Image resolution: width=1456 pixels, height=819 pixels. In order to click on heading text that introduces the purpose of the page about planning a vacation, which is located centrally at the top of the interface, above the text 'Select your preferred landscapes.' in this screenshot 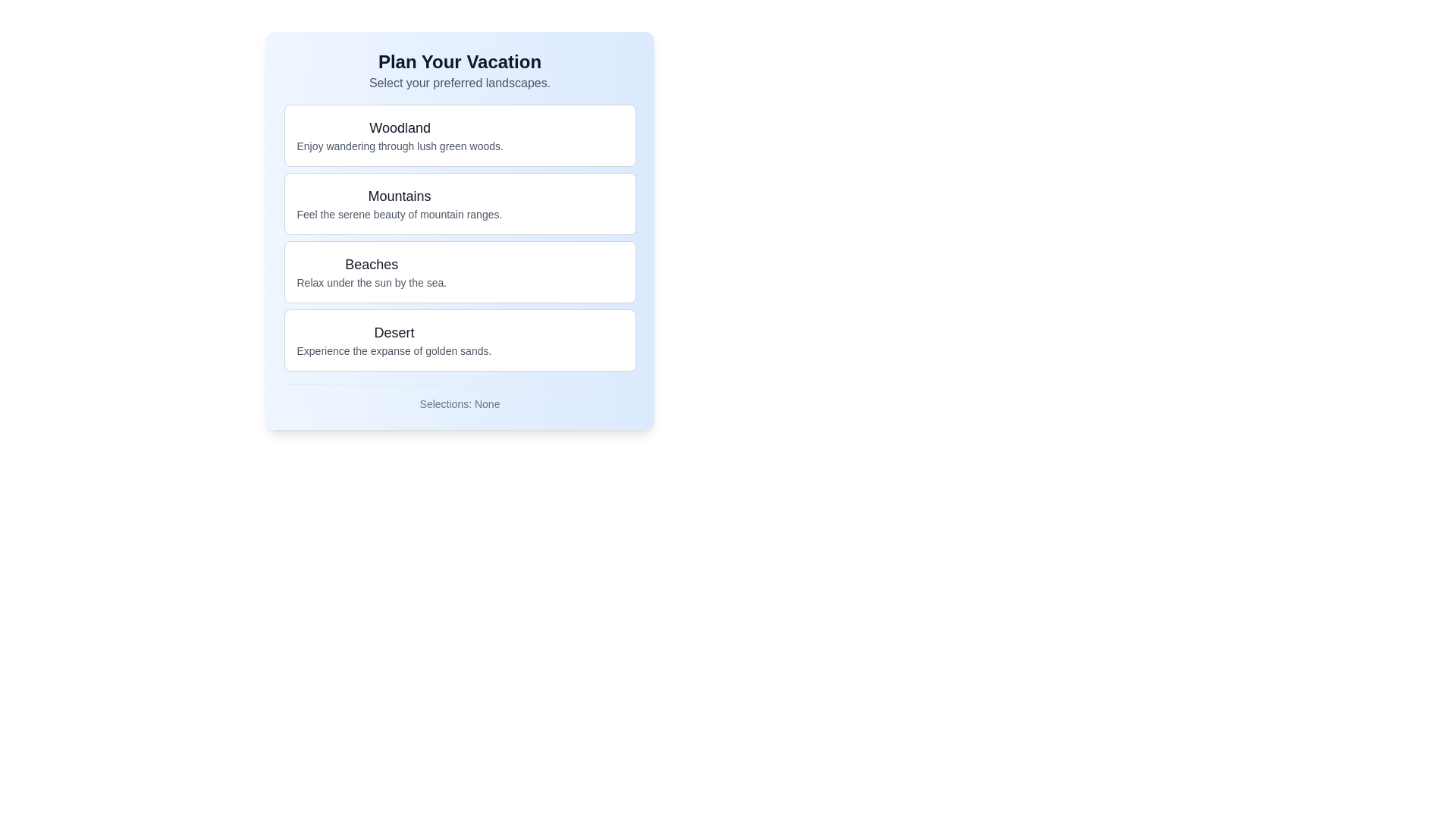, I will do `click(459, 61)`.